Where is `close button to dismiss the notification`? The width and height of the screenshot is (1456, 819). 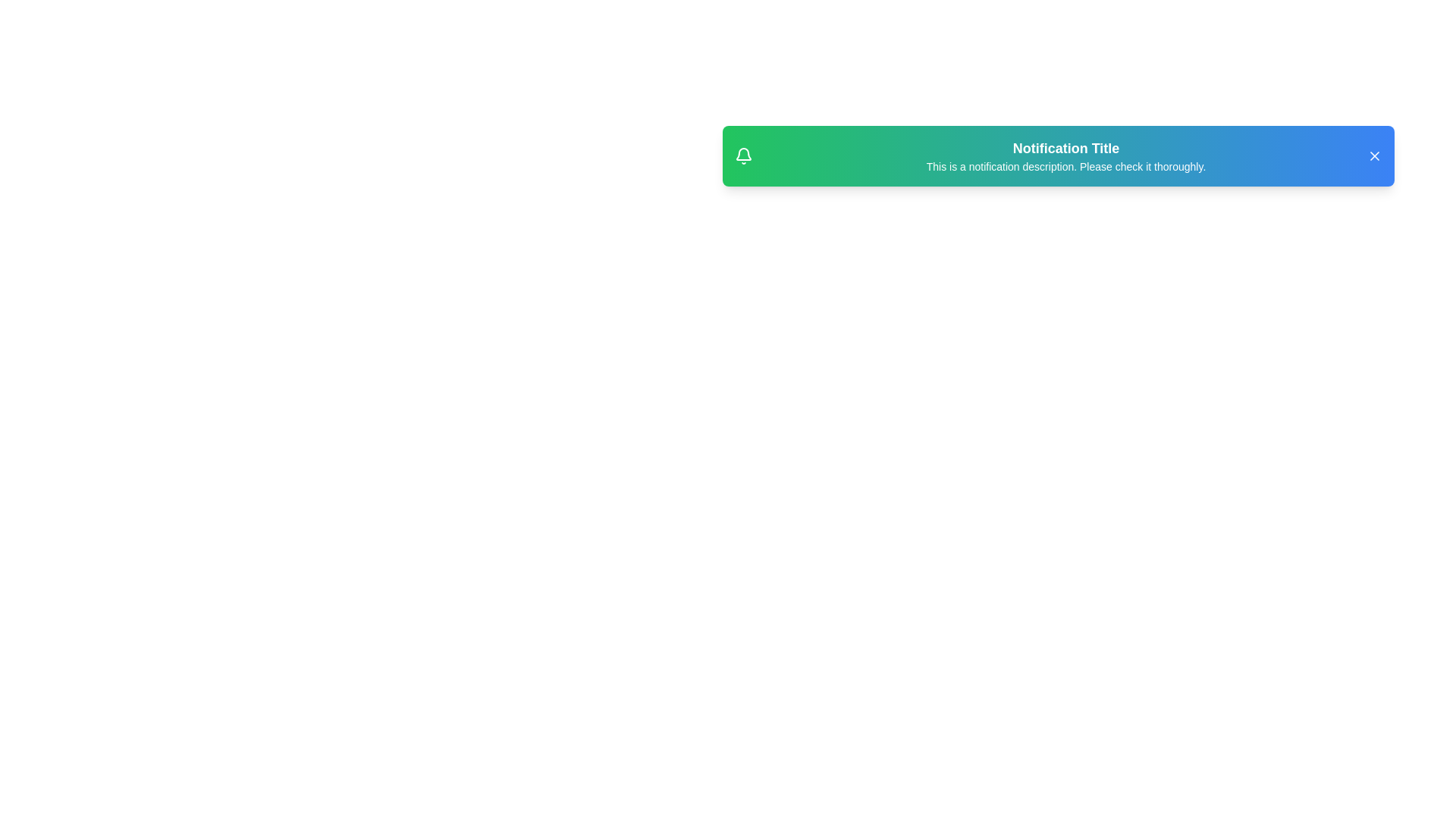 close button to dismiss the notification is located at coordinates (1375, 155).